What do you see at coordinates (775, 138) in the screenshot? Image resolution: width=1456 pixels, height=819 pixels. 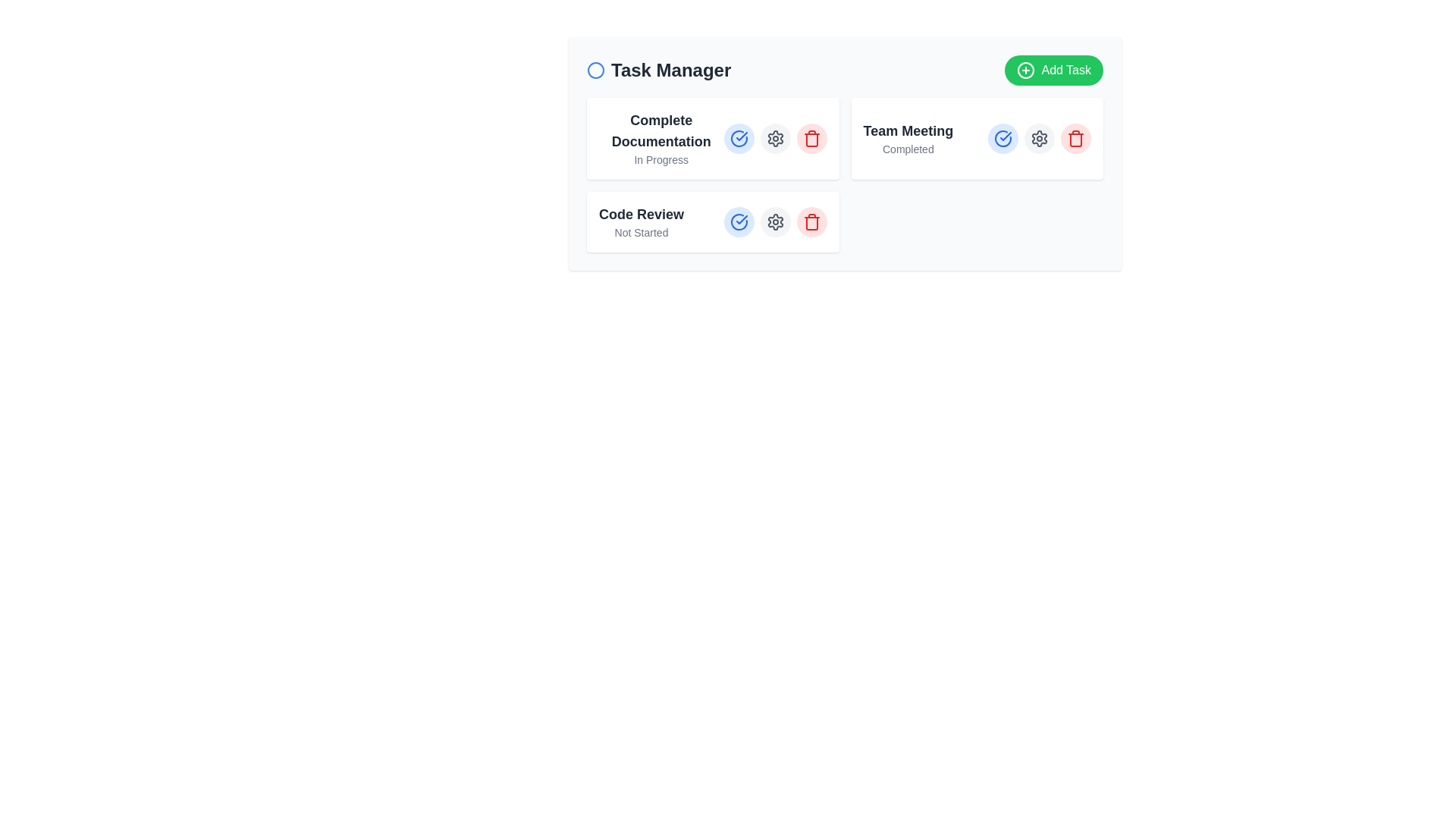 I see `the settings button, represented as a gear icon, associated with the 'Code Review' task` at bounding box center [775, 138].